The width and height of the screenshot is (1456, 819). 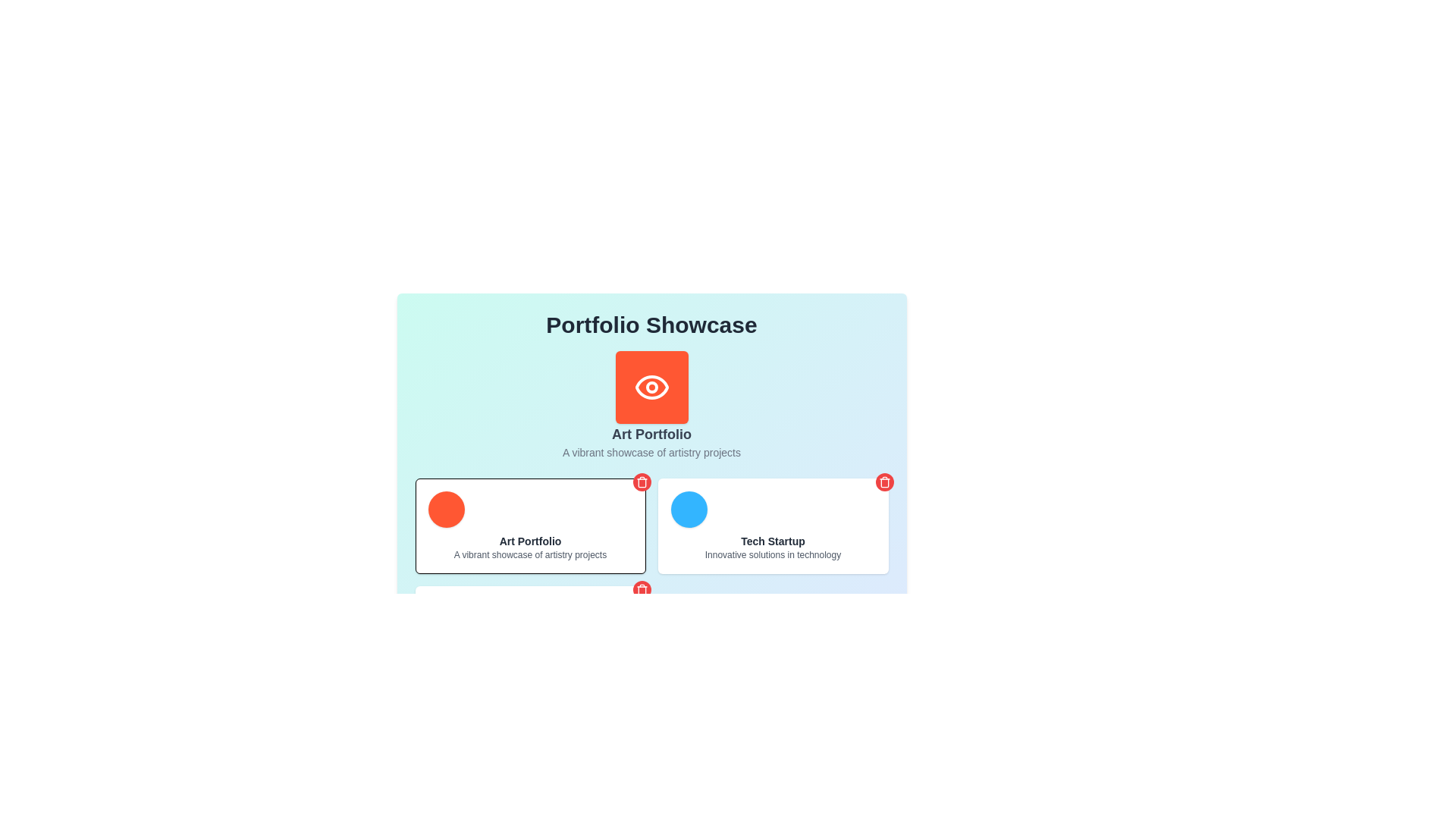 I want to click on the static text displaying 'A vibrant showcase of artistry projects.' which is centrally aligned beneath the title 'Art Portfolio.', so click(x=651, y=452).